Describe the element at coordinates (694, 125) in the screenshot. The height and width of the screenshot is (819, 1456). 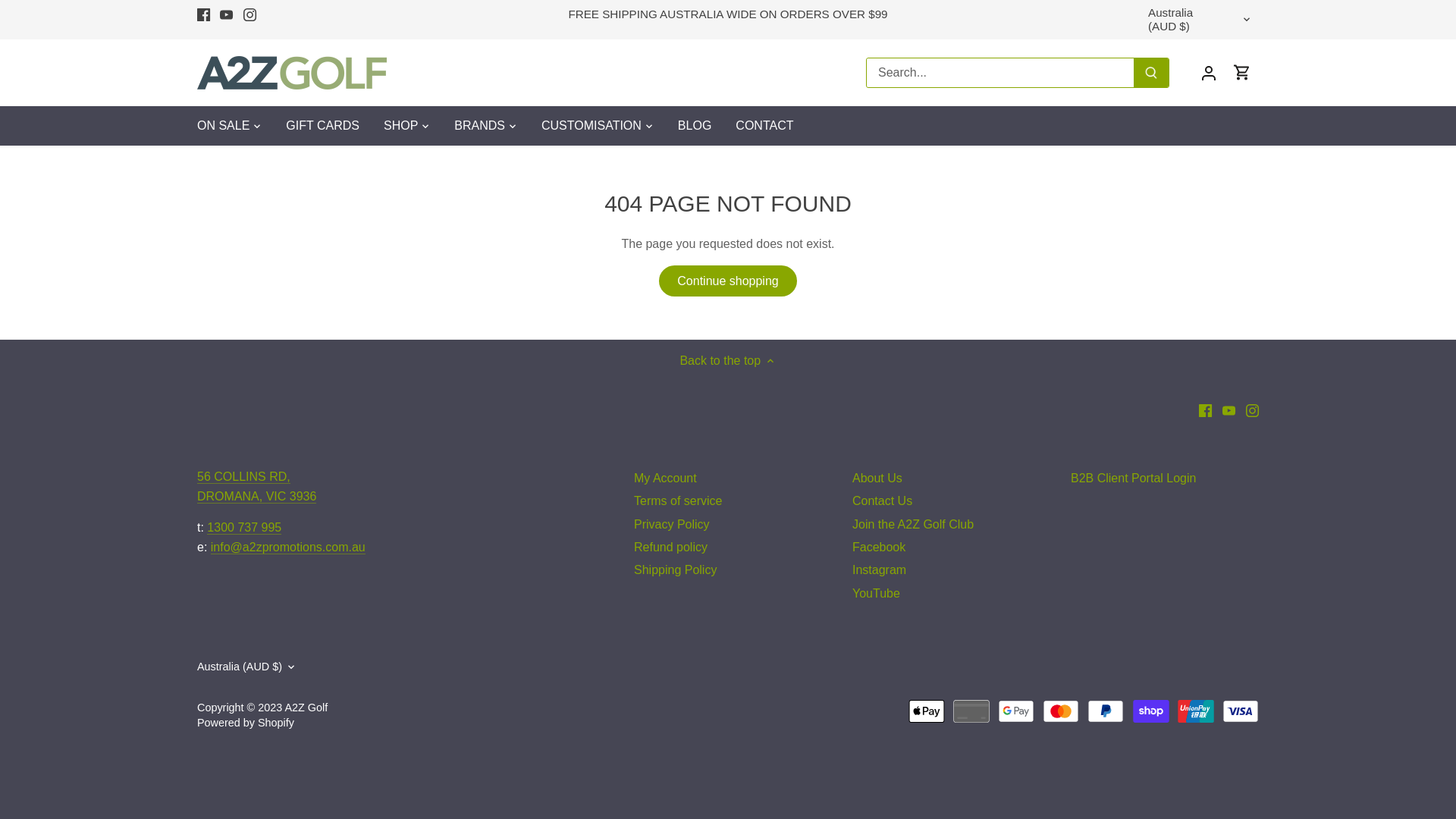
I see `'BLOG'` at that location.